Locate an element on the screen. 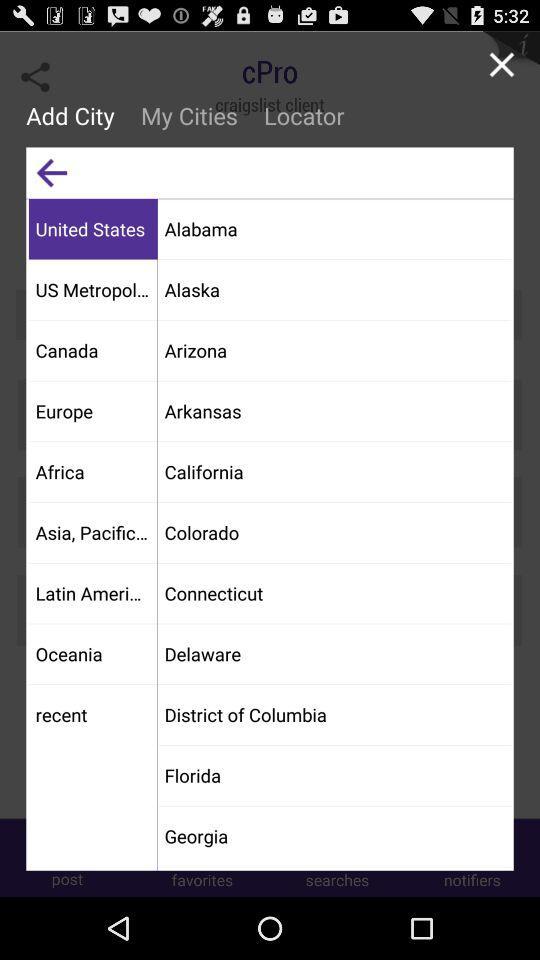 This screenshot has height=960, width=540. the alabama app is located at coordinates (334, 228).